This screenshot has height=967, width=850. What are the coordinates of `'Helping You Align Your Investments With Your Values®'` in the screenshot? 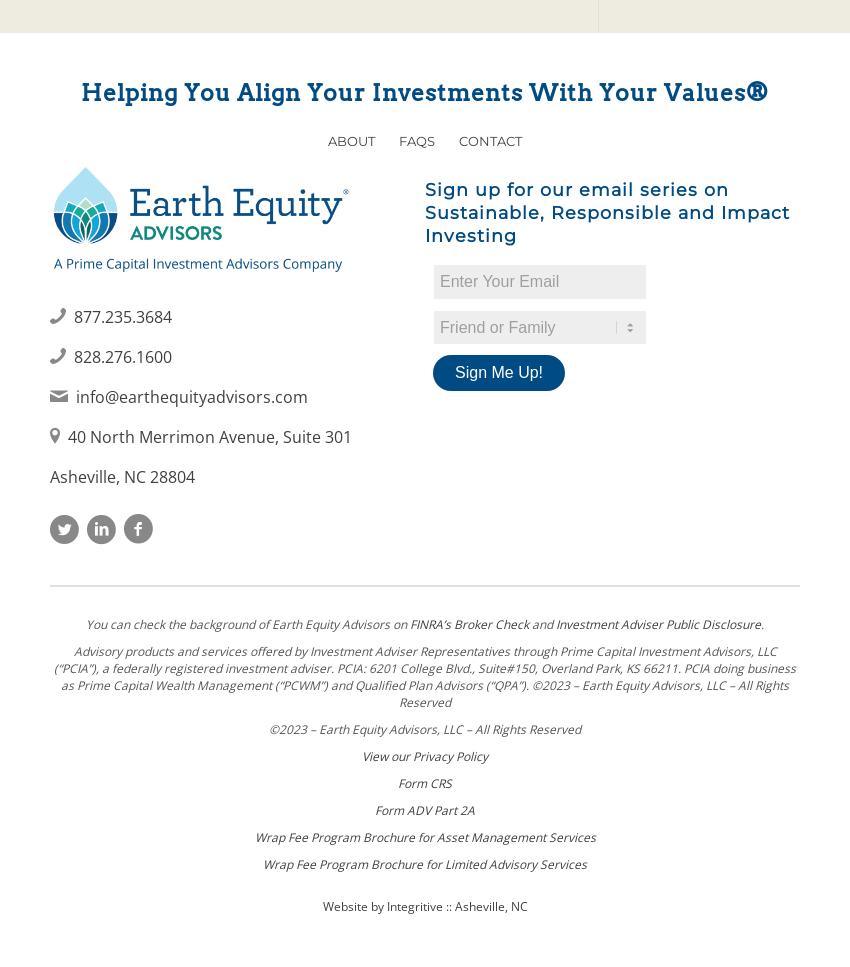 It's located at (81, 91).